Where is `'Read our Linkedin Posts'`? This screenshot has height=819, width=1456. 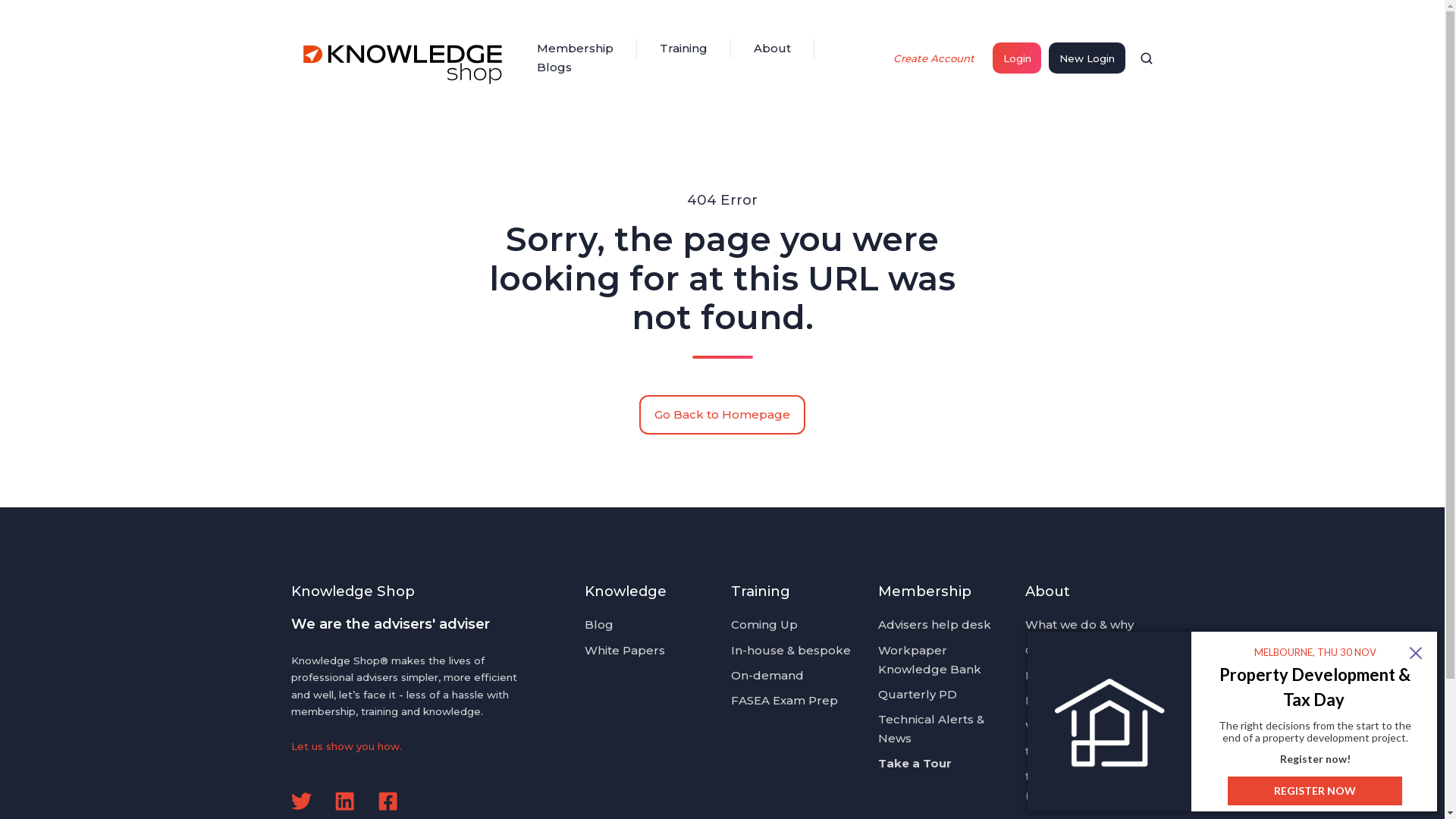
'Read our Linkedin Posts' is located at coordinates (344, 800).